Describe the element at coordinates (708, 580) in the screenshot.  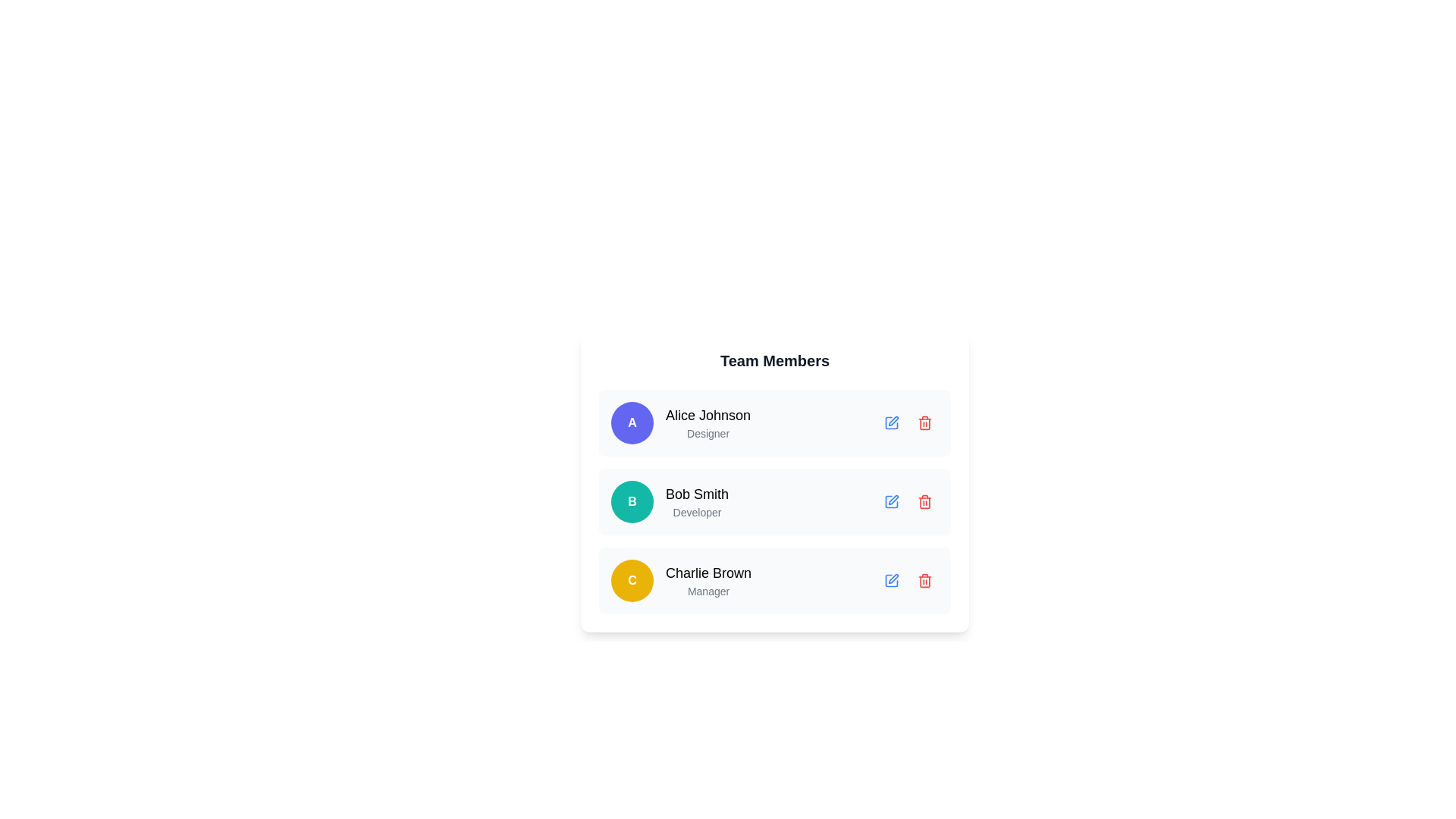
I see `the third team member's name and role displayed in the lower section of the interface, which is a non-interactive text block` at that location.